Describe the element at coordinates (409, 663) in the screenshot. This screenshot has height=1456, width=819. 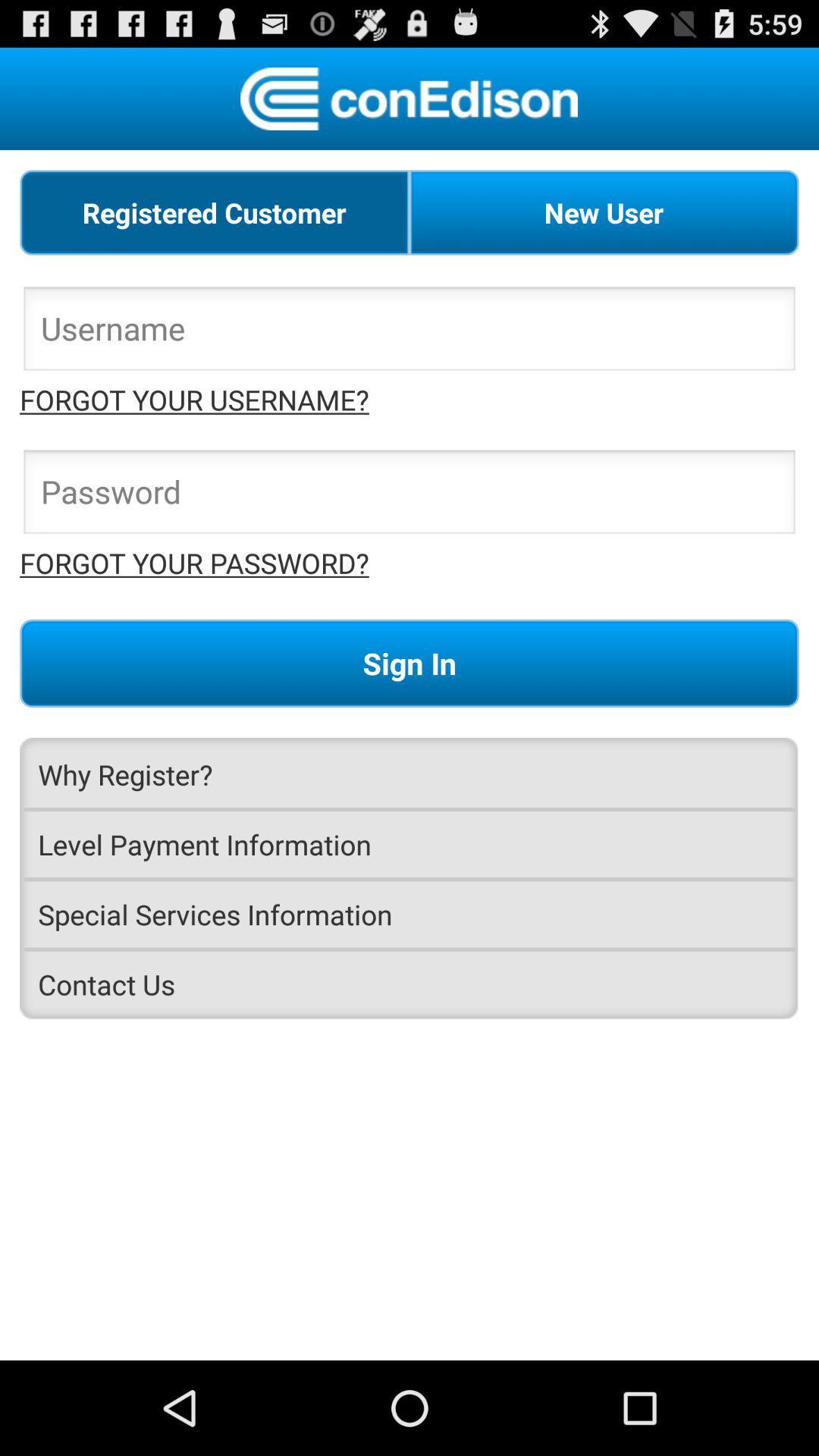
I see `the sign in item` at that location.